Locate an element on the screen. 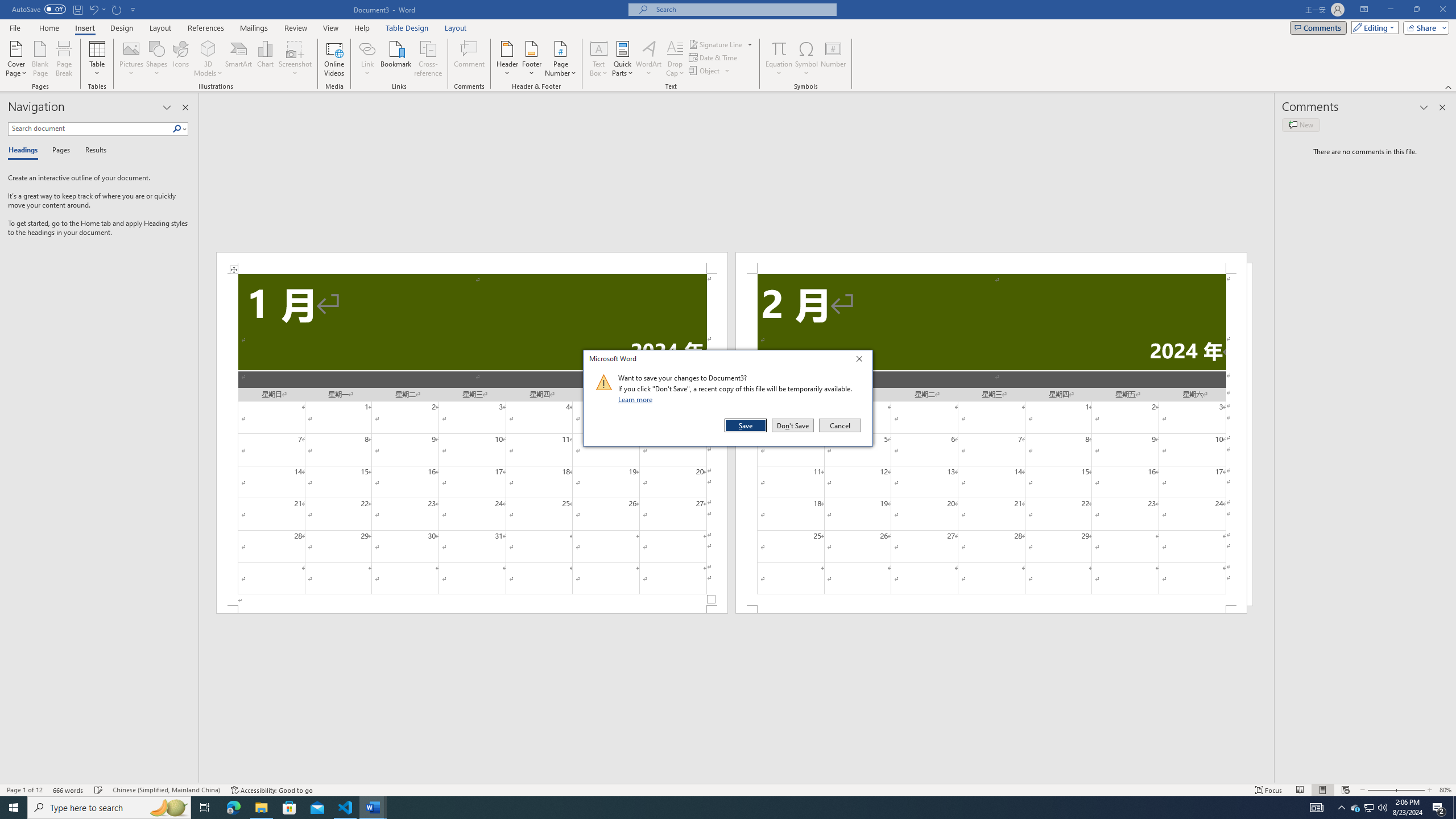 This screenshot has width=1456, height=819. 'Equation' is located at coordinates (779, 48).